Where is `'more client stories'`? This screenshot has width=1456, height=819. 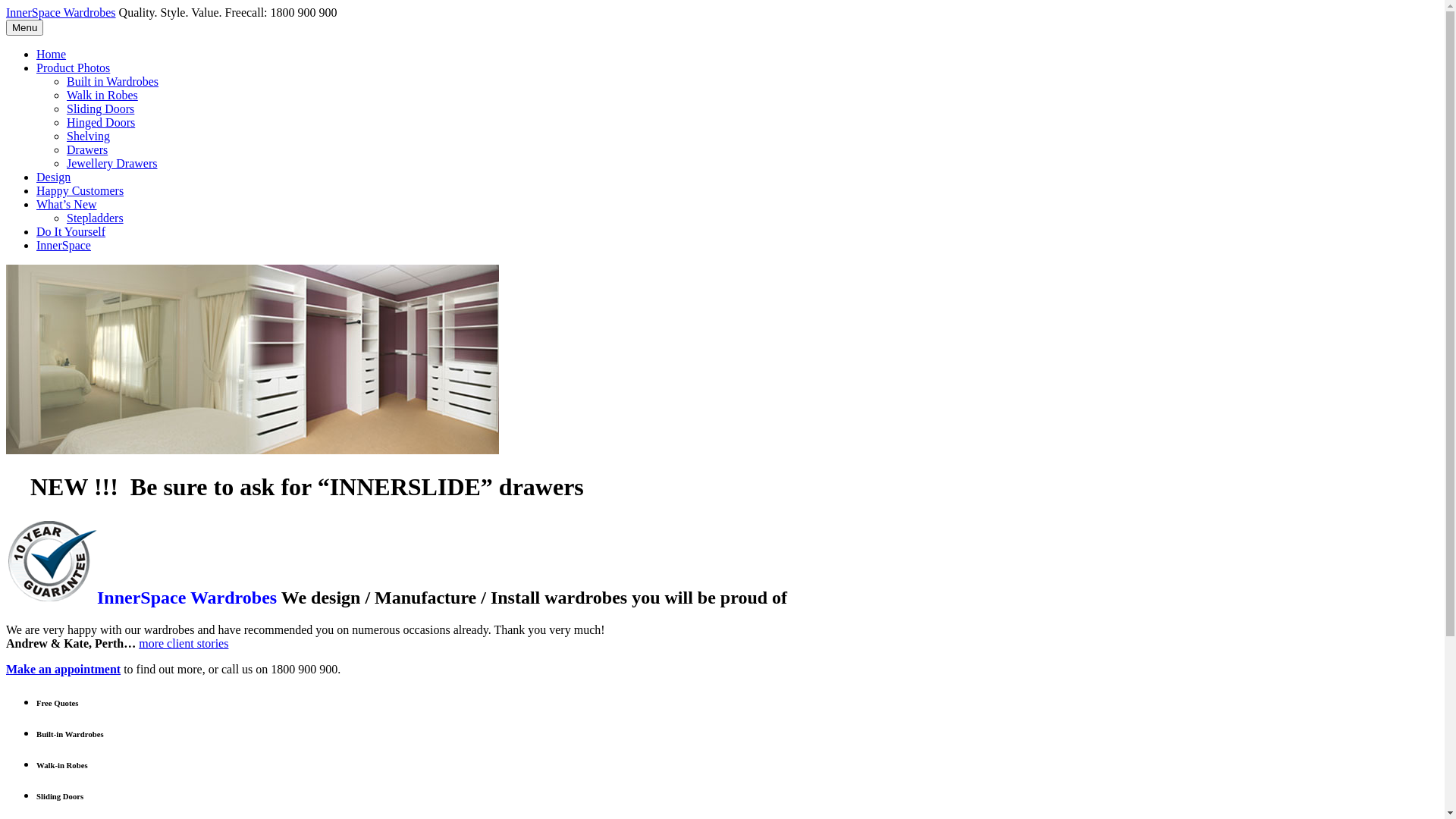 'more client stories' is located at coordinates (182, 643).